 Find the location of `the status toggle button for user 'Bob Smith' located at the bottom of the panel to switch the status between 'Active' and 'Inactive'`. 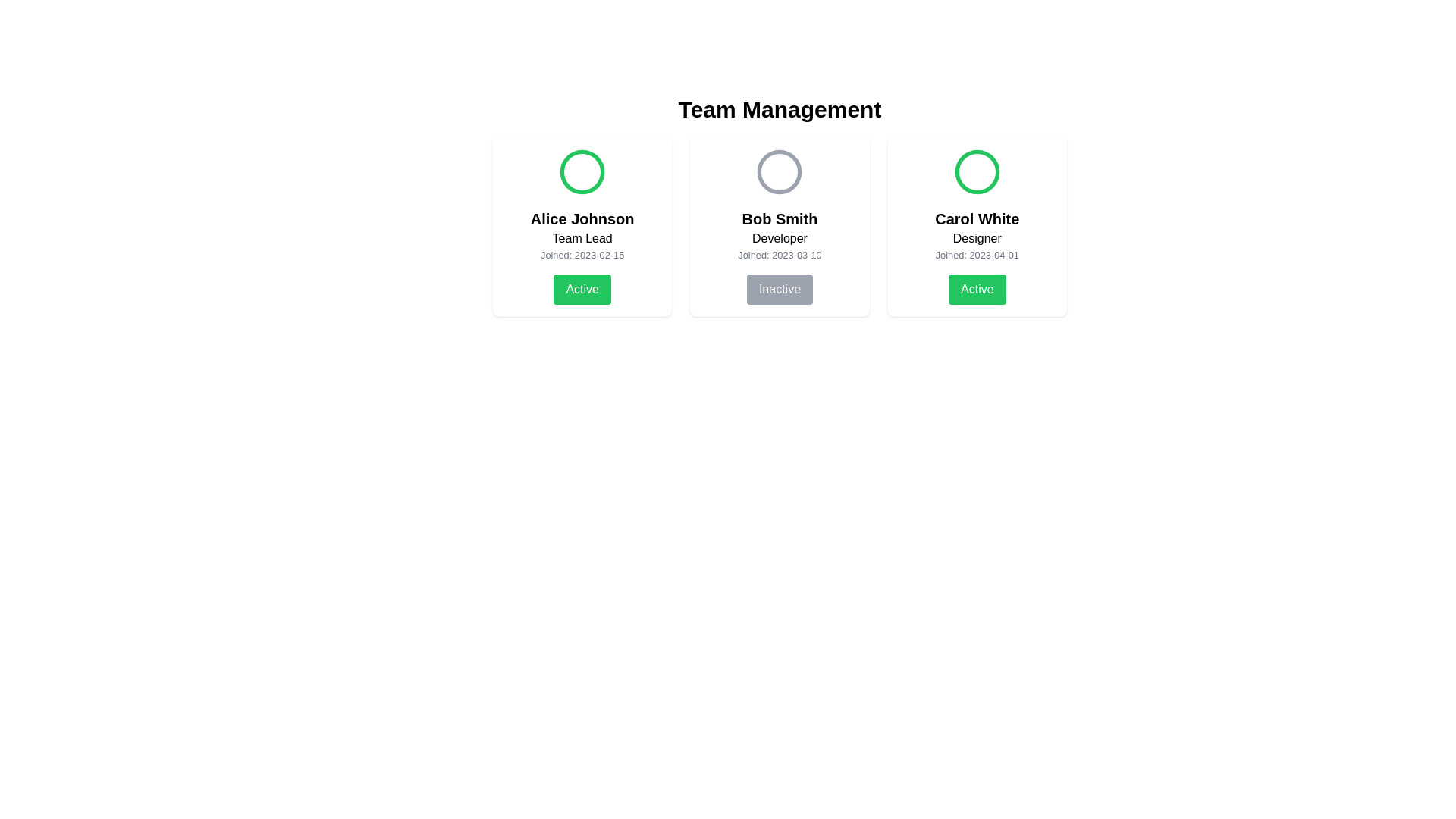

the status toggle button for user 'Bob Smith' located at the bottom of the panel to switch the status between 'Active' and 'Inactive' is located at coordinates (780, 290).